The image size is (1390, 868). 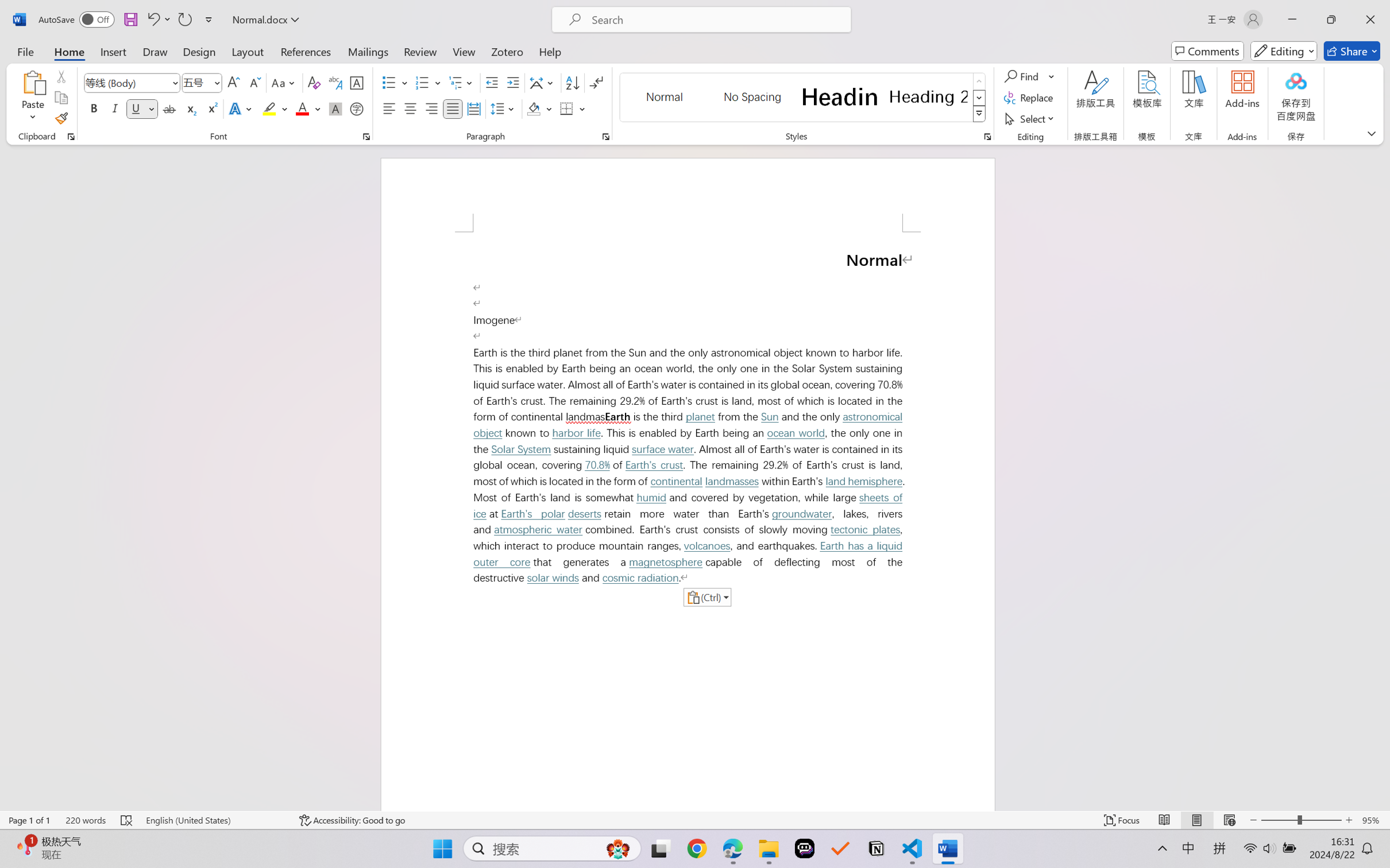 I want to click on 'Justify', so click(x=452, y=108).